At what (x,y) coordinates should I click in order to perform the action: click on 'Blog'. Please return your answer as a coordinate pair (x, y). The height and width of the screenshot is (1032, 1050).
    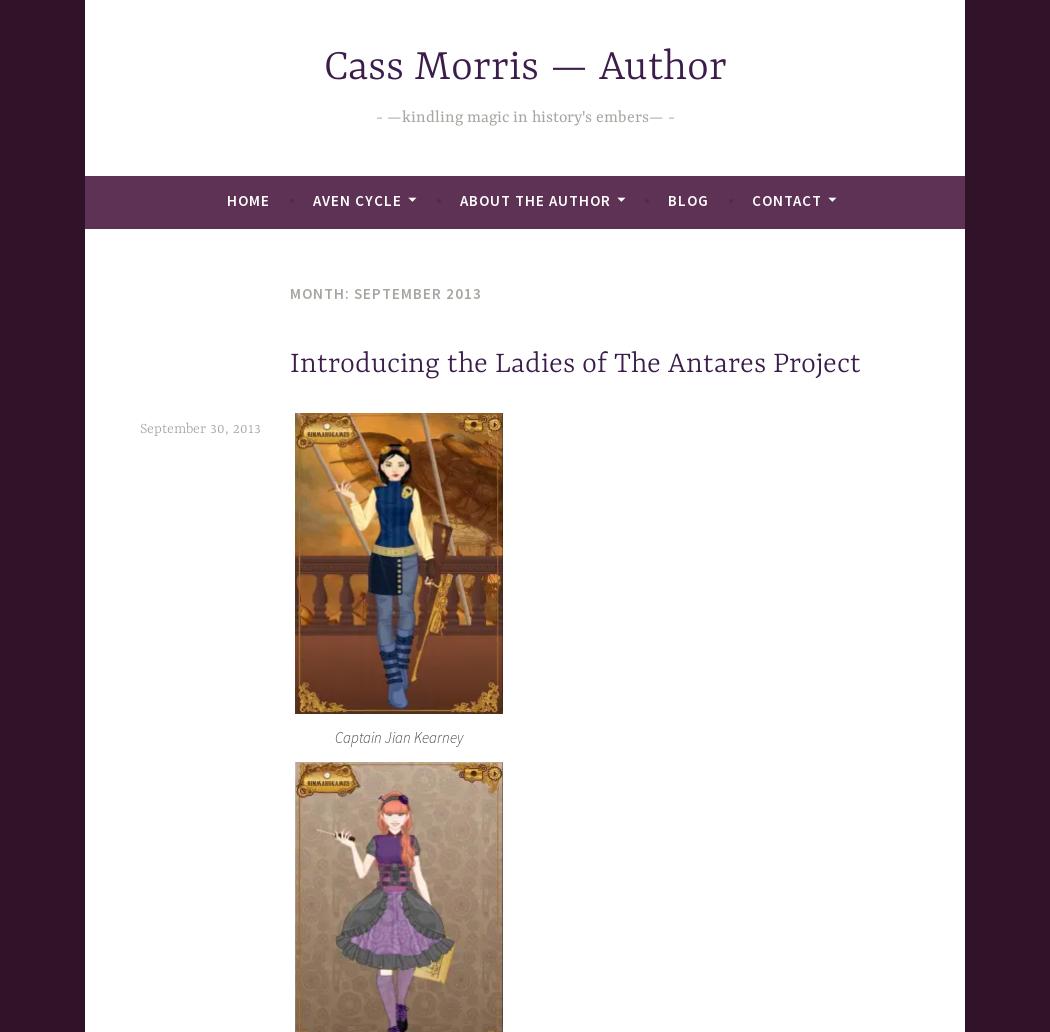
    Looking at the image, I should click on (688, 199).